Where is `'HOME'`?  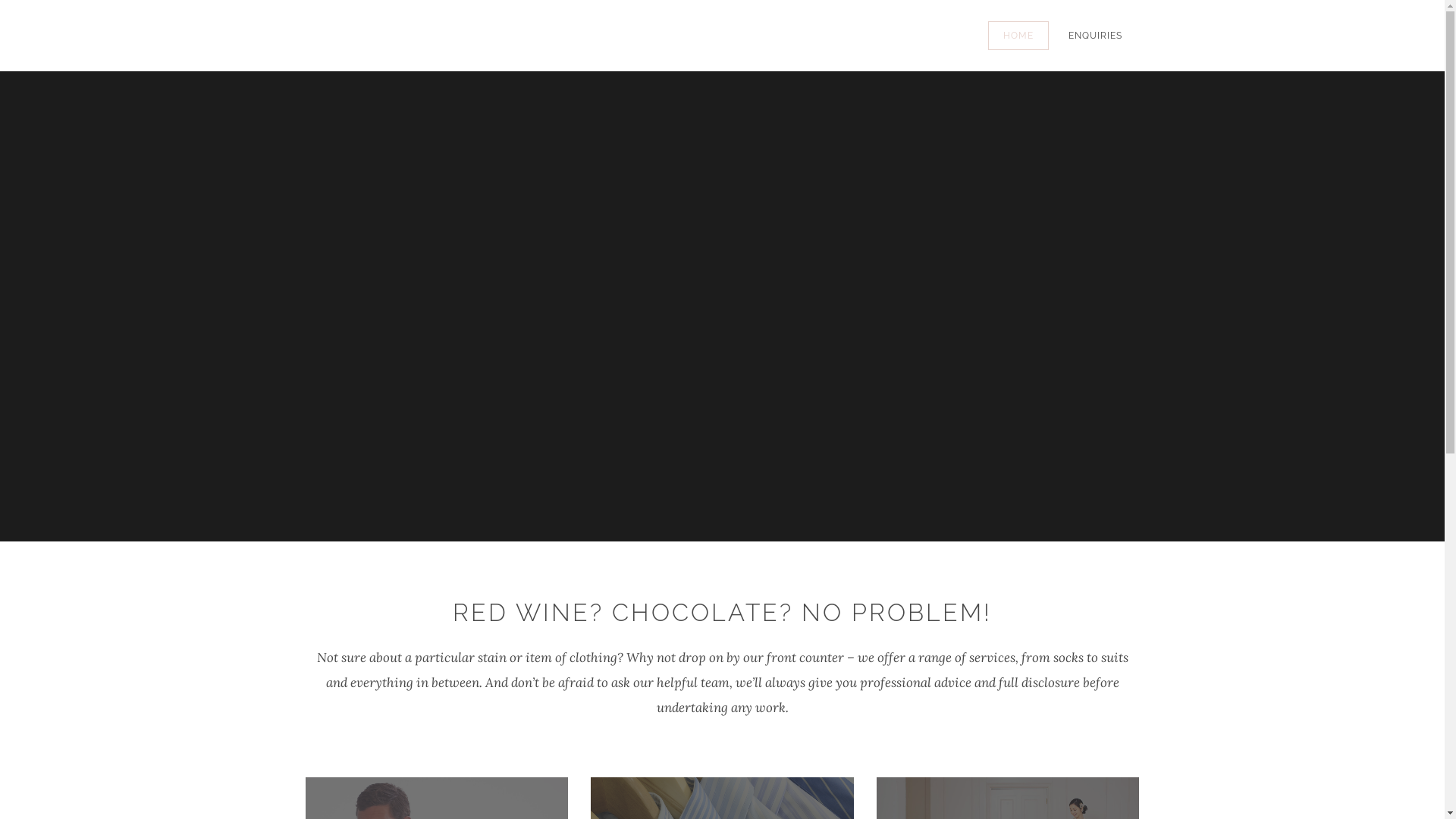 'HOME' is located at coordinates (987, 34).